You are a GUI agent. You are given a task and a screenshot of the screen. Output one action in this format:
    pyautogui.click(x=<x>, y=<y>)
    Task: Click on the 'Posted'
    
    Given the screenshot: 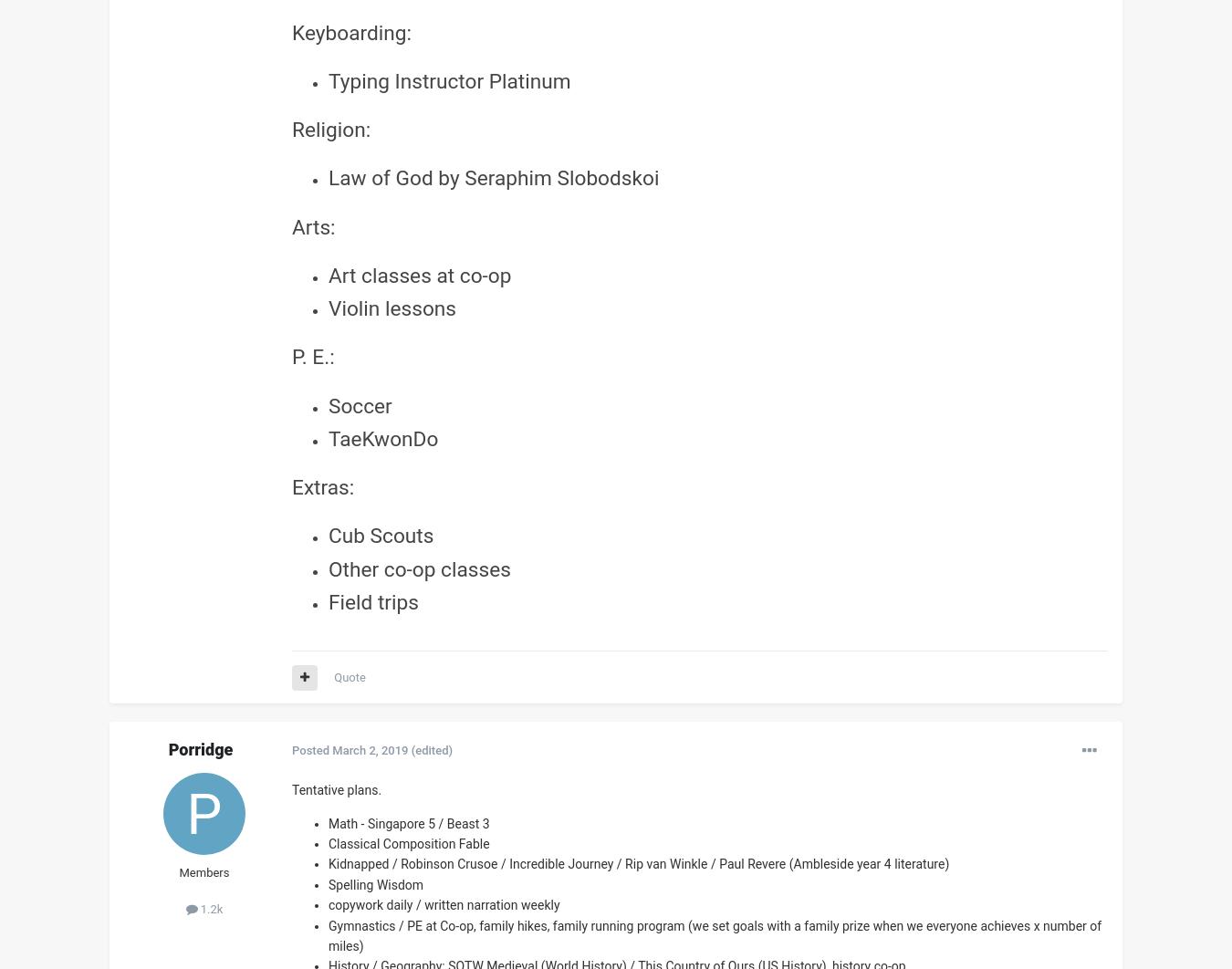 What is the action you would take?
    pyautogui.click(x=311, y=749)
    